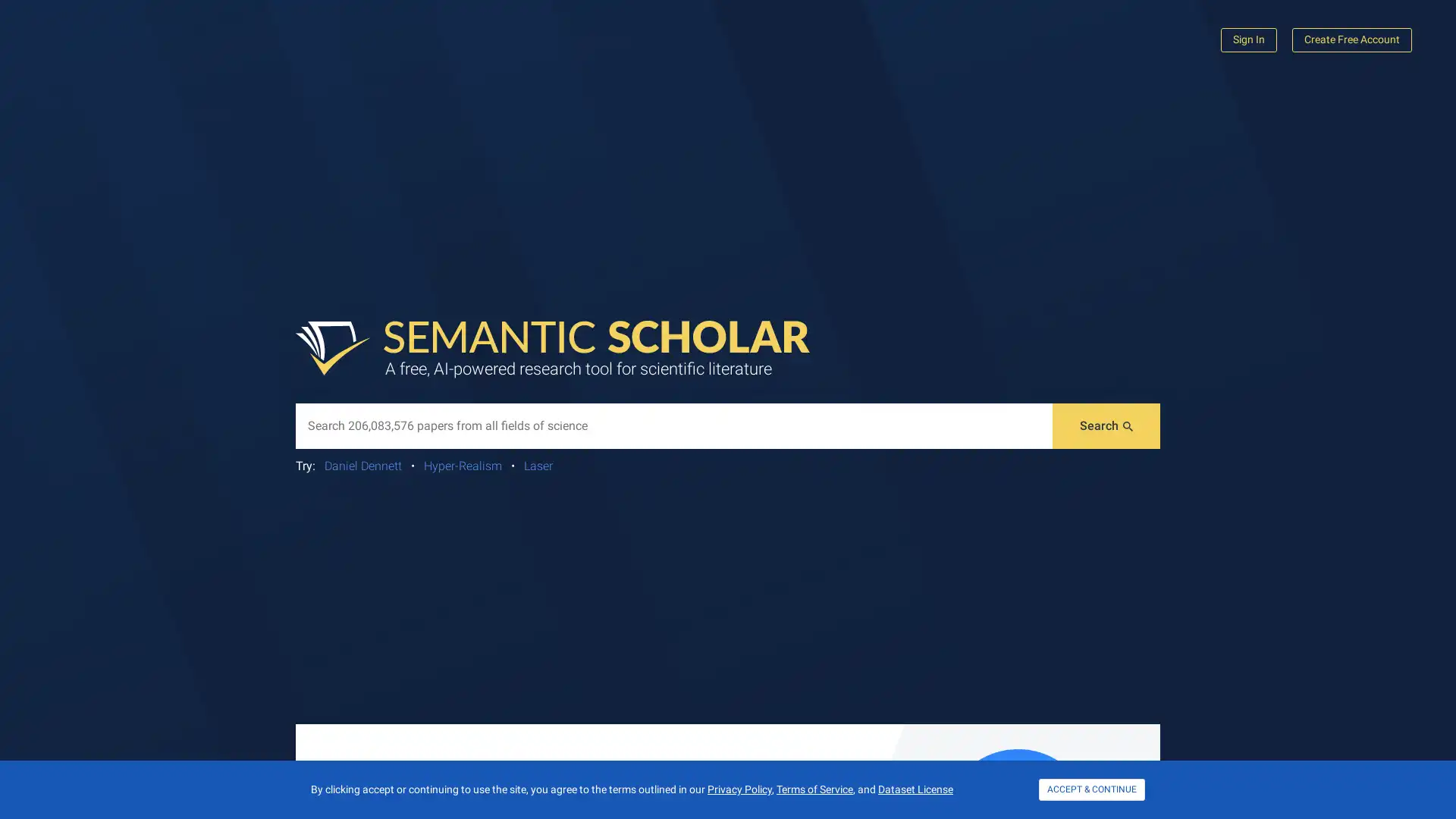  I want to click on Create Free Account, so click(1351, 39).